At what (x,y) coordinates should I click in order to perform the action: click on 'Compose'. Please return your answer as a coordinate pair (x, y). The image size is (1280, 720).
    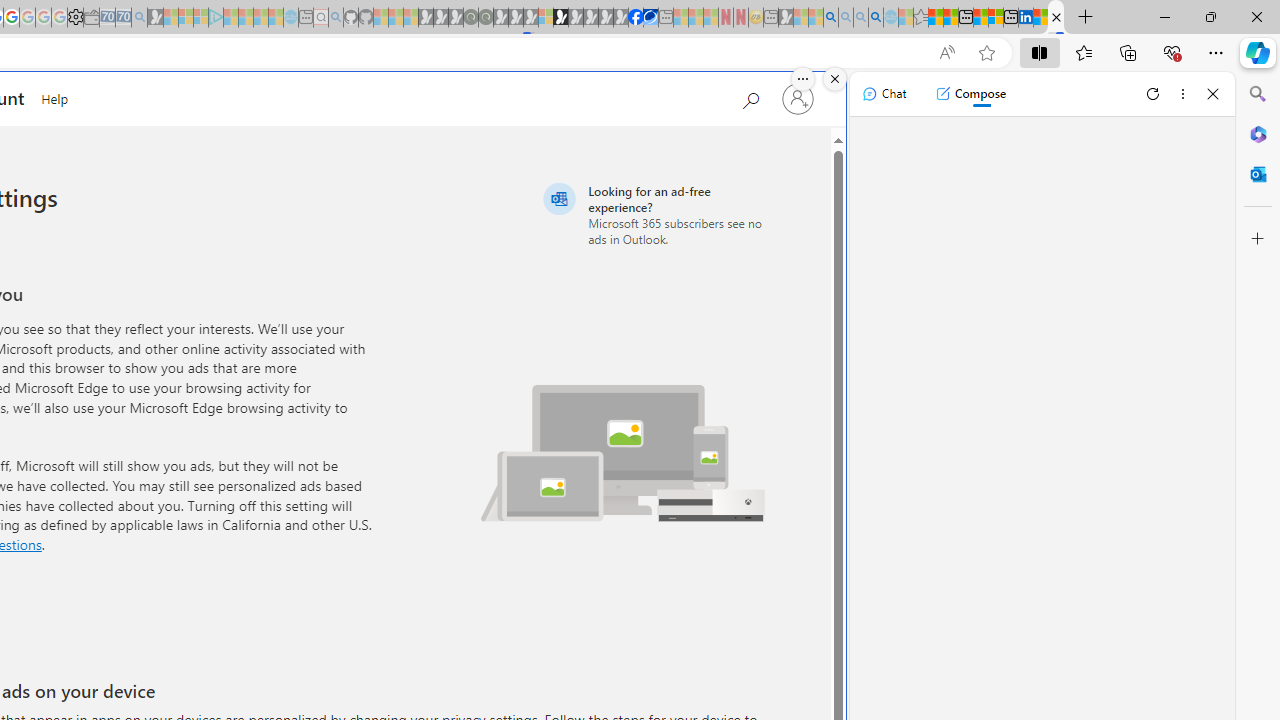
    Looking at the image, I should click on (970, 93).